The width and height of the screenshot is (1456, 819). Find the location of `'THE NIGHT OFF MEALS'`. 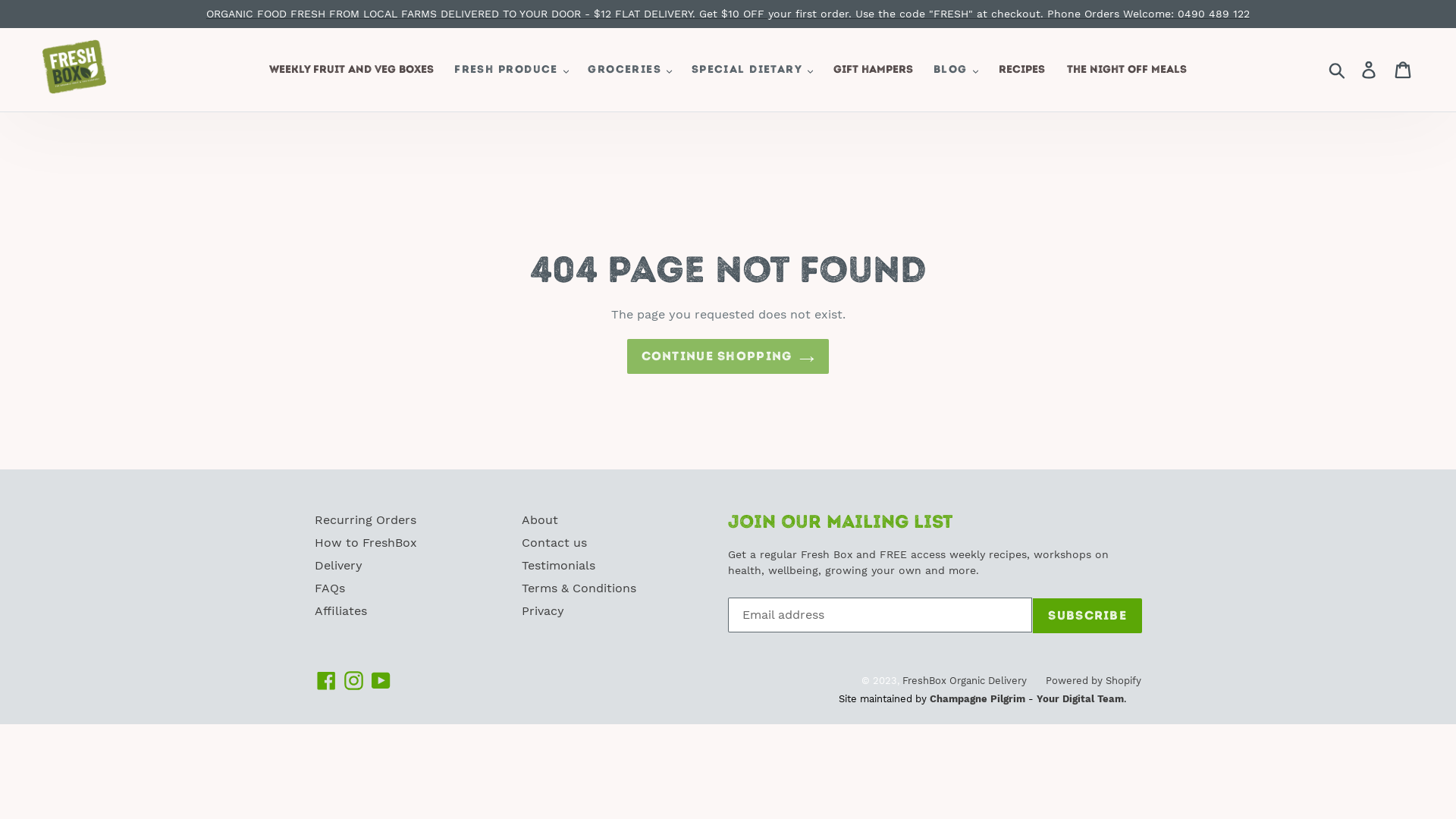

'THE NIGHT OFF MEALS' is located at coordinates (1127, 70).